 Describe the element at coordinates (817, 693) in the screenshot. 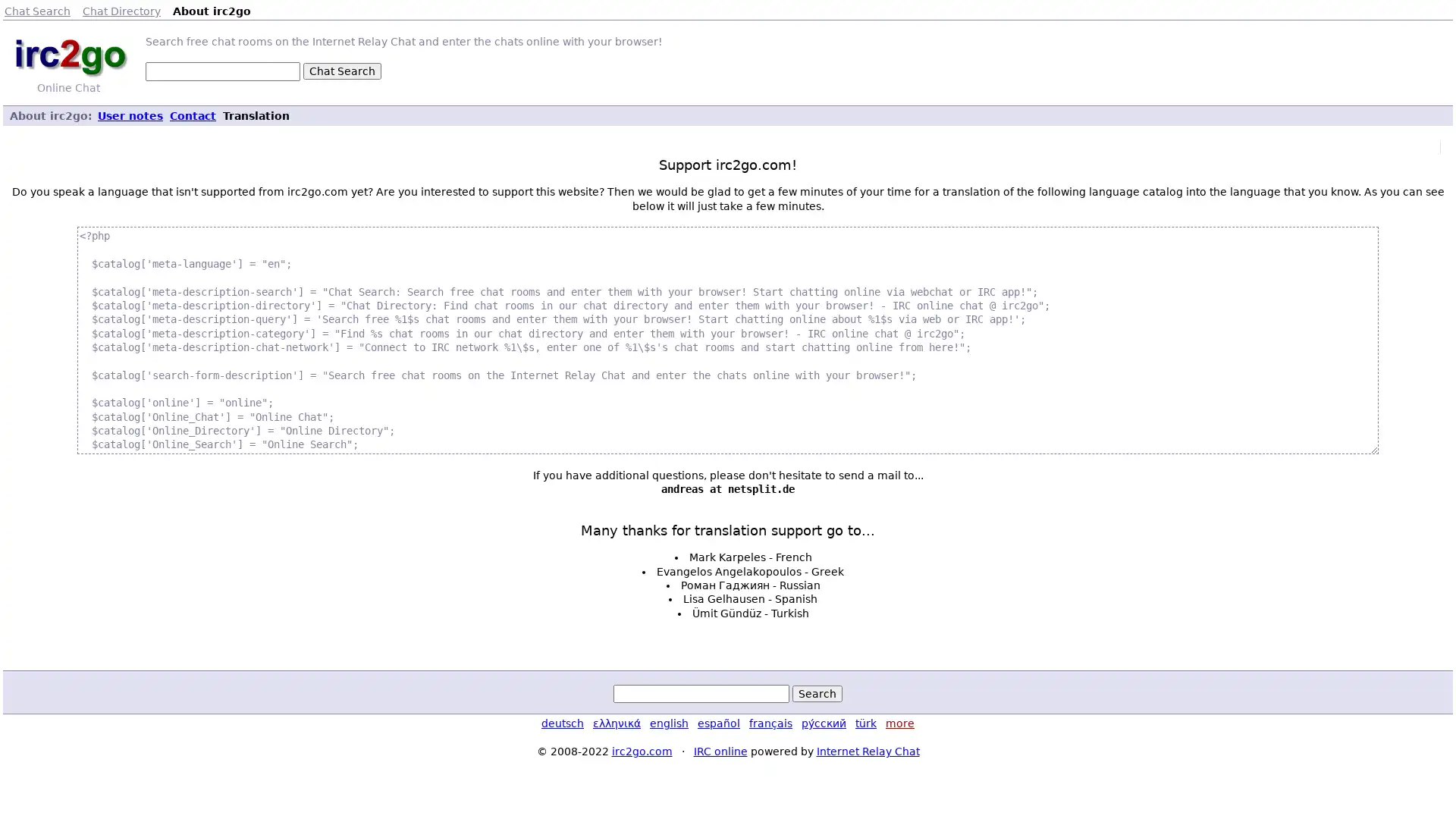

I see `Search` at that location.